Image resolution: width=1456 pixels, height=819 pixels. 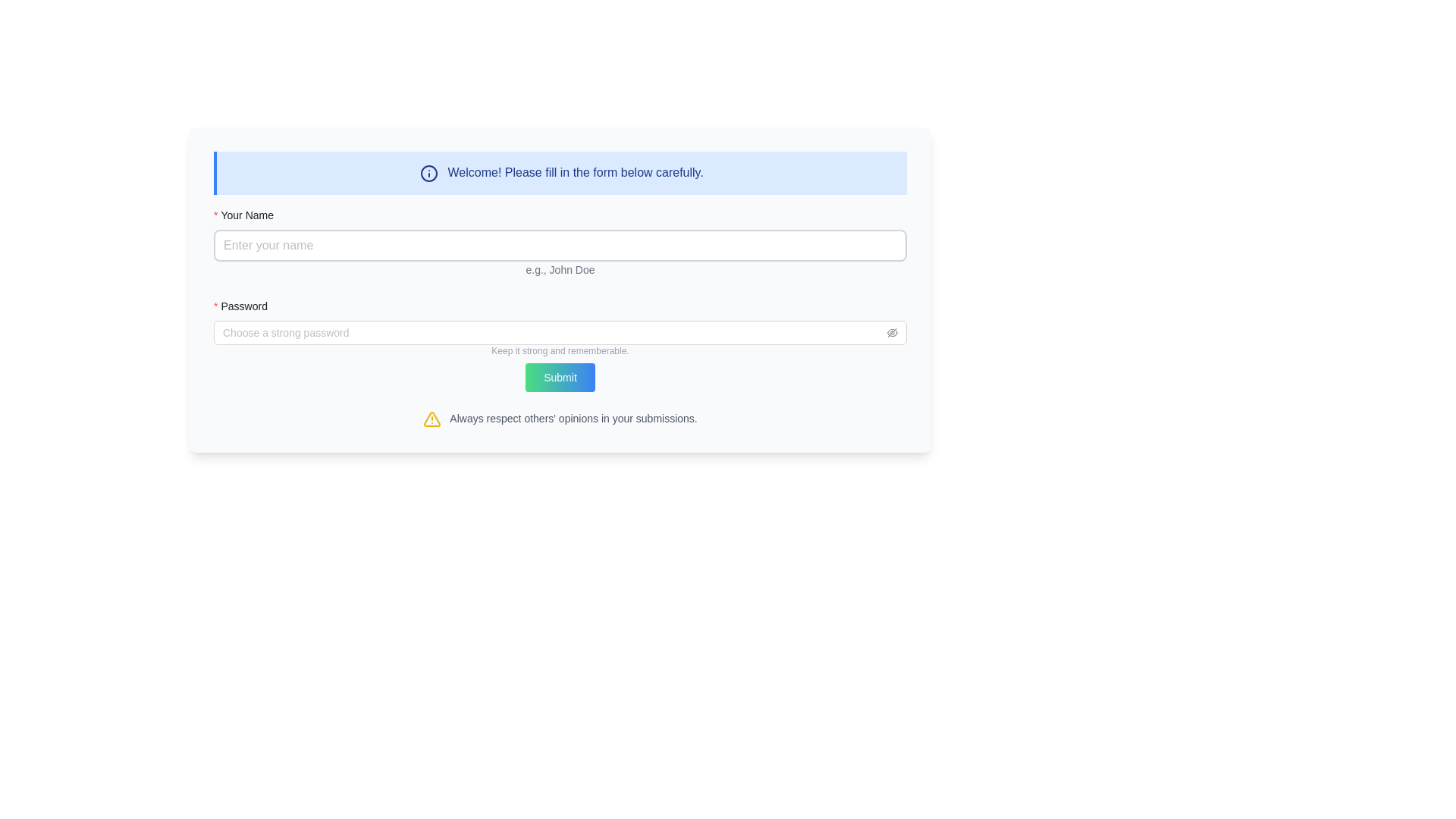 What do you see at coordinates (892, 331) in the screenshot?
I see `the toggle icon for the password input field to change the visibility of the typed password between visible and hidden states` at bounding box center [892, 331].